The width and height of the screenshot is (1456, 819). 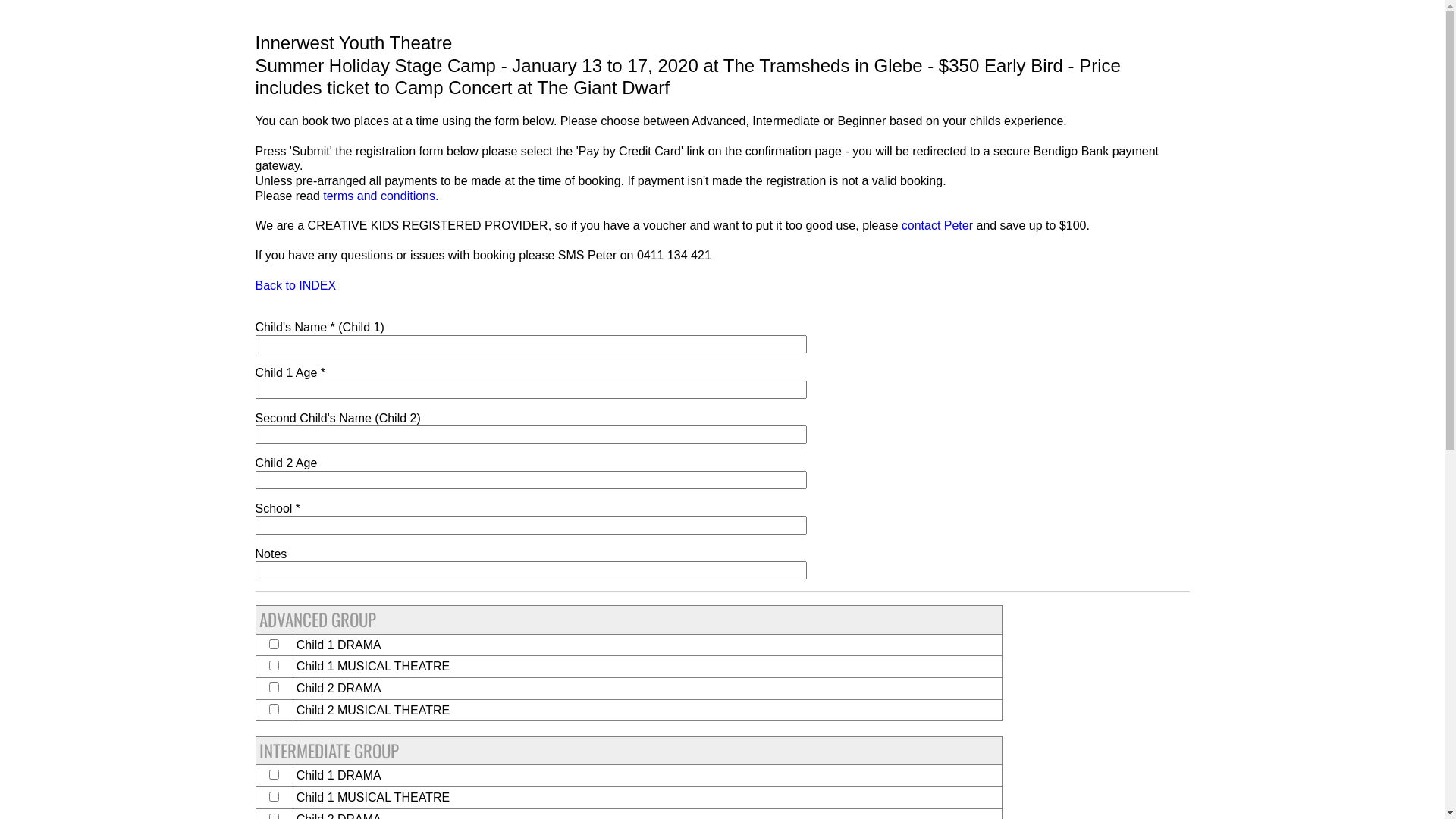 I want to click on 'Back to INDEX', so click(x=295, y=285).